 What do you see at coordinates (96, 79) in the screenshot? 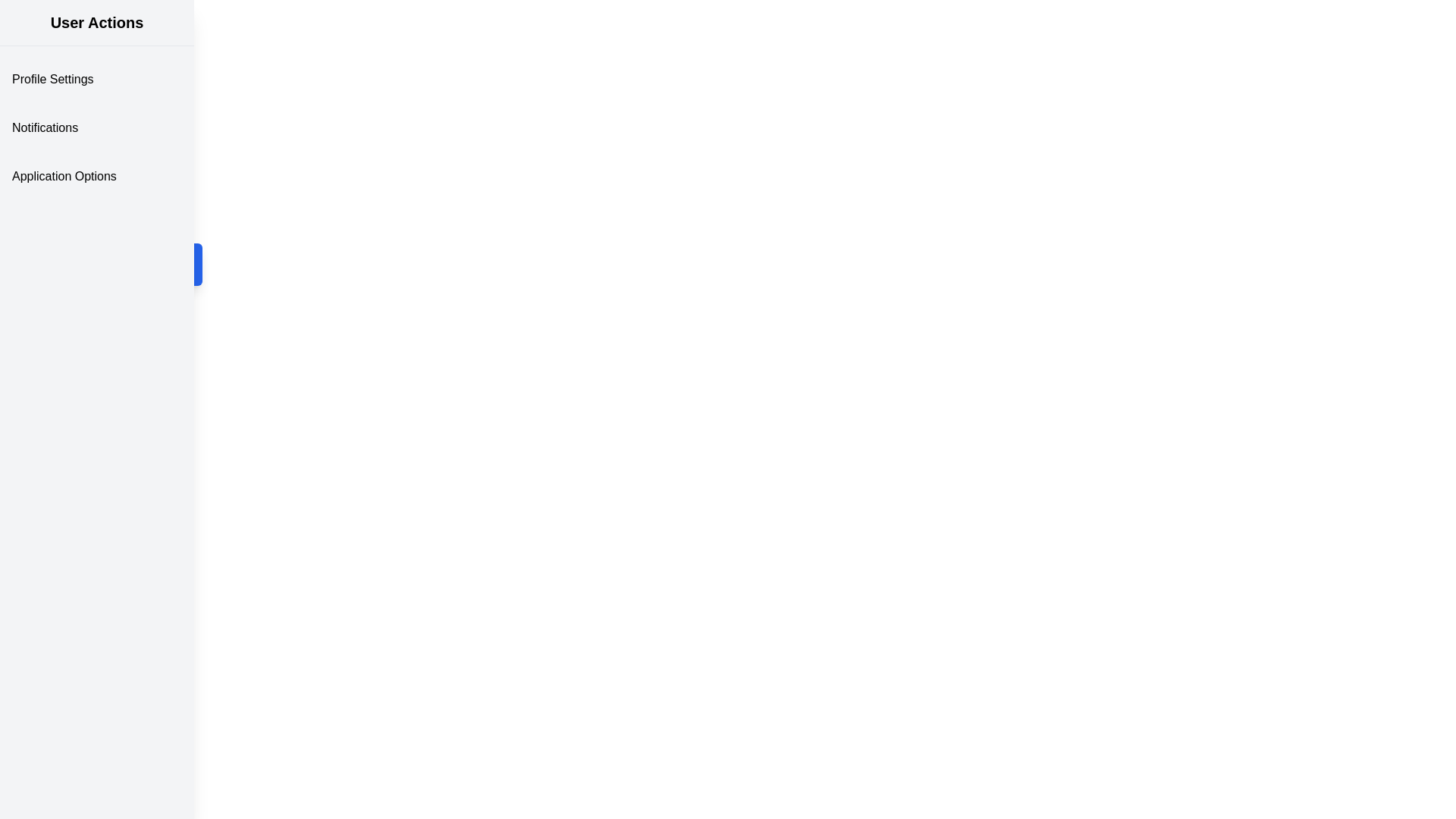
I see `the menu item Profile Settings to interact with it` at bounding box center [96, 79].